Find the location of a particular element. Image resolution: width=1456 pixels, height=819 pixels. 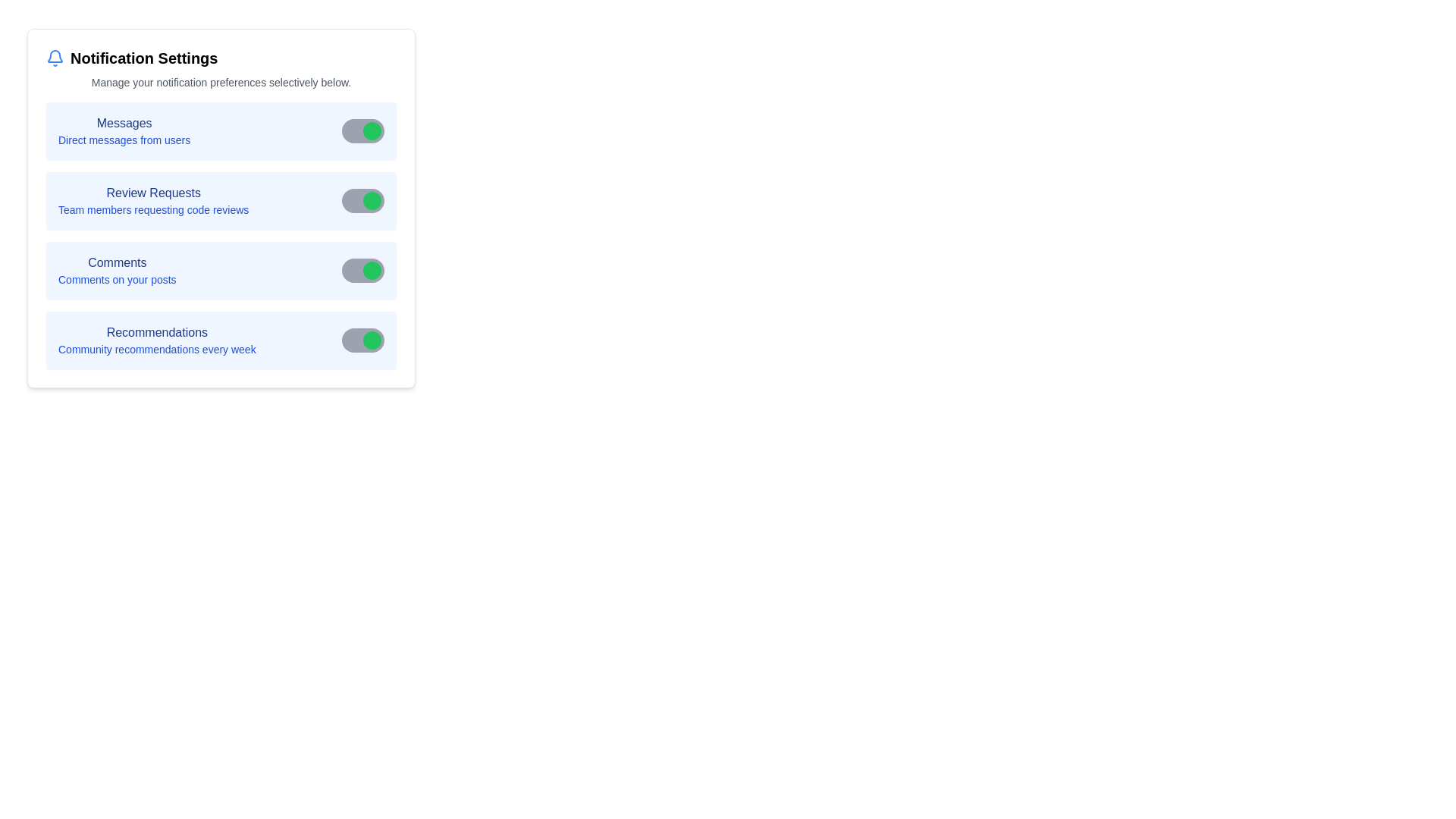

the toggle switch in the fourth item of the vertically stacked list of components to change its state is located at coordinates (221, 339).